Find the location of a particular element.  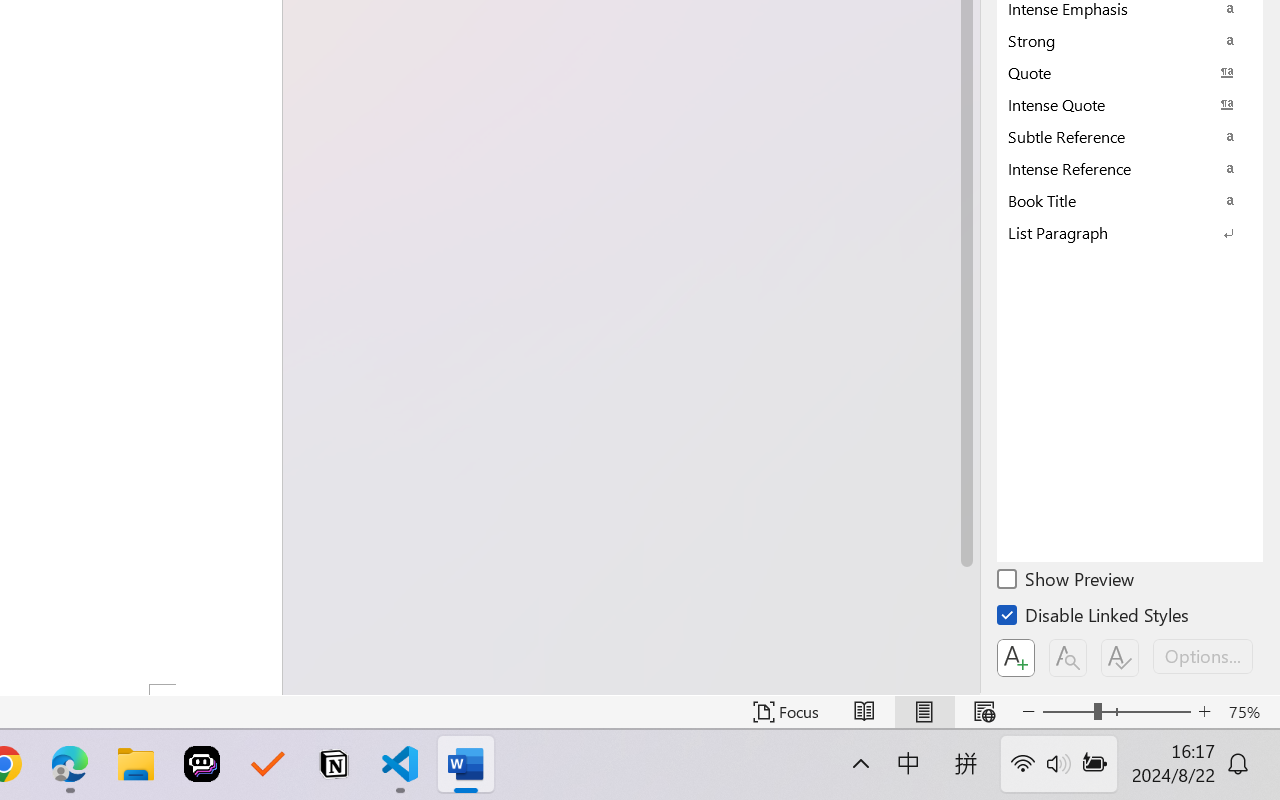

'Quote' is located at coordinates (1130, 72).